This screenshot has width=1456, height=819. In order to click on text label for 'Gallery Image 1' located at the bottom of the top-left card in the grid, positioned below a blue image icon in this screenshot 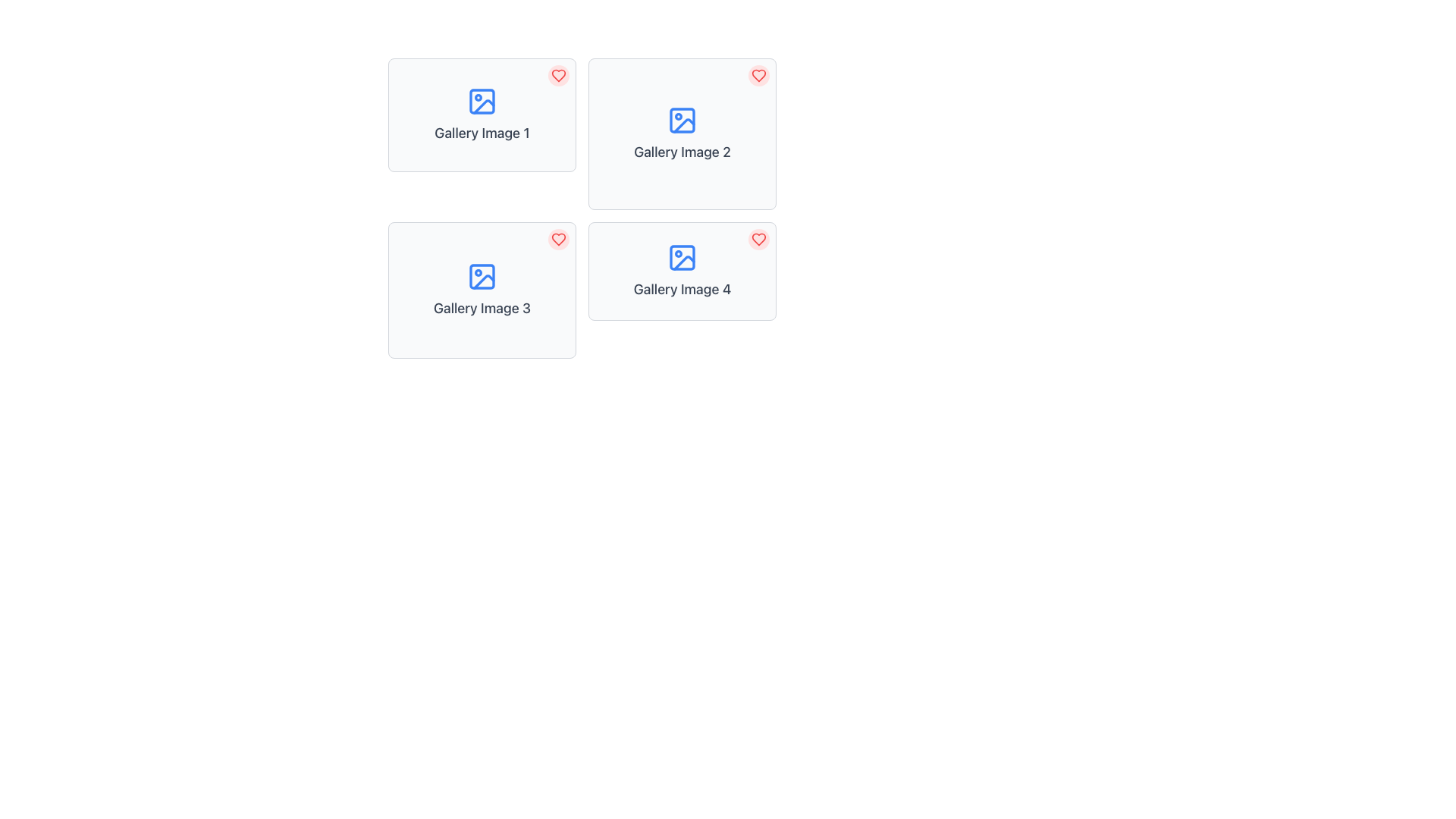, I will do `click(481, 133)`.